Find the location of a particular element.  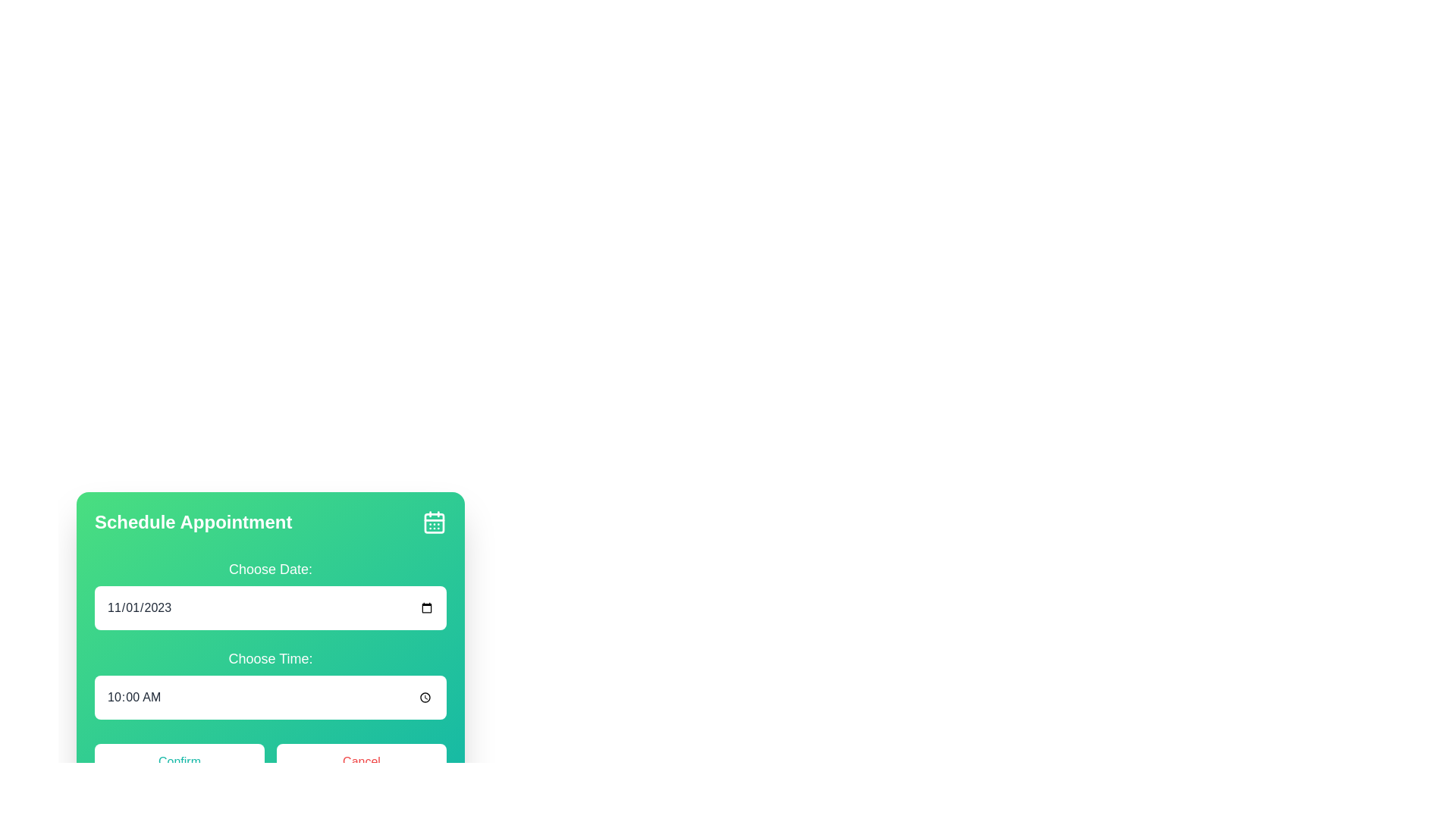

the Text Label that indicates the purpose of the time input field, located below the 'Choose Date:' section and above the time input field, to aid users in understanding its functionality is located at coordinates (270, 657).